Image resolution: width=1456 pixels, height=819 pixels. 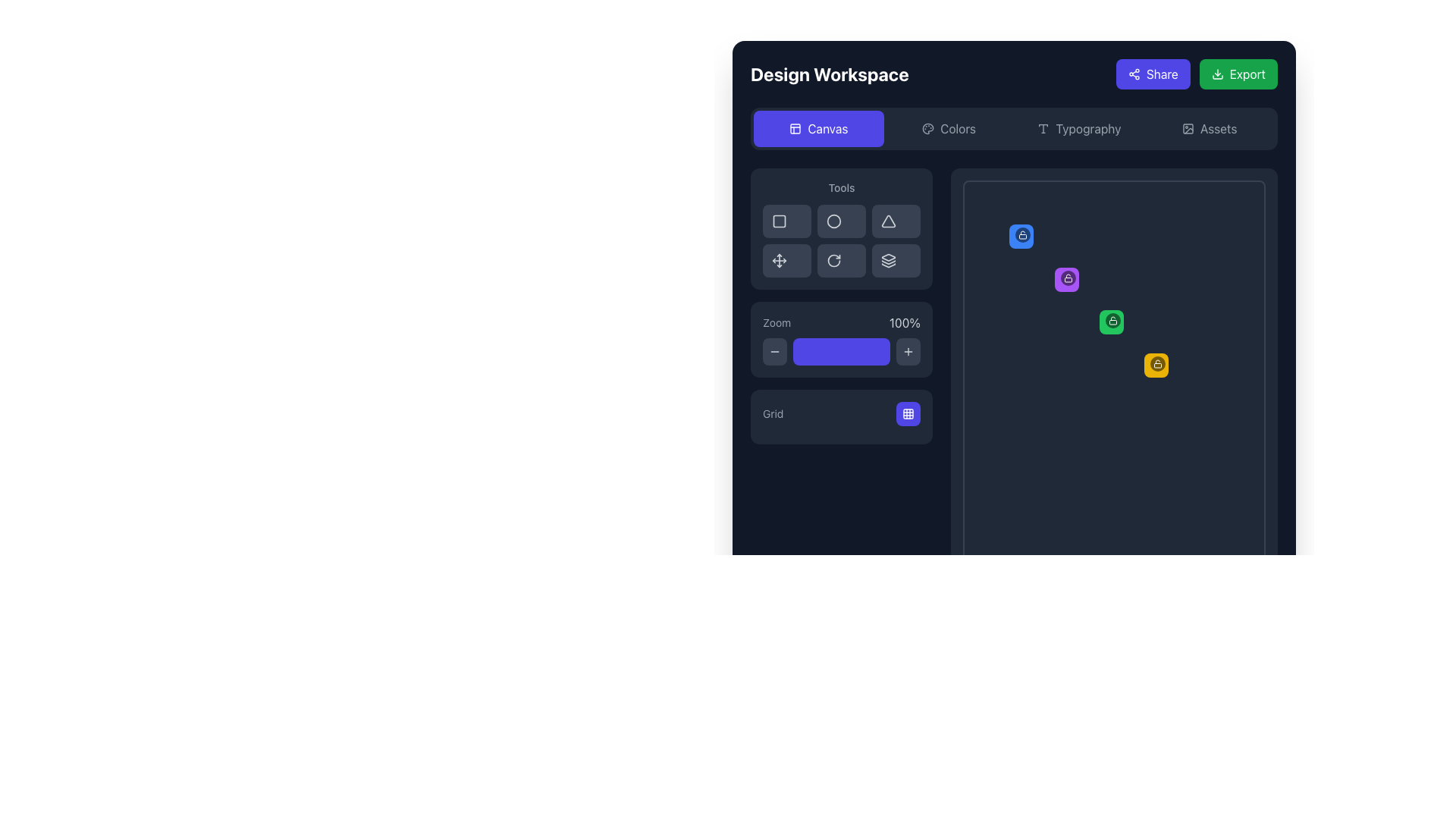 I want to click on the small square icon with an outlined design and a cross inside, located to the left of the 'Canvas' button in the top navigation bar, so click(x=795, y=127).